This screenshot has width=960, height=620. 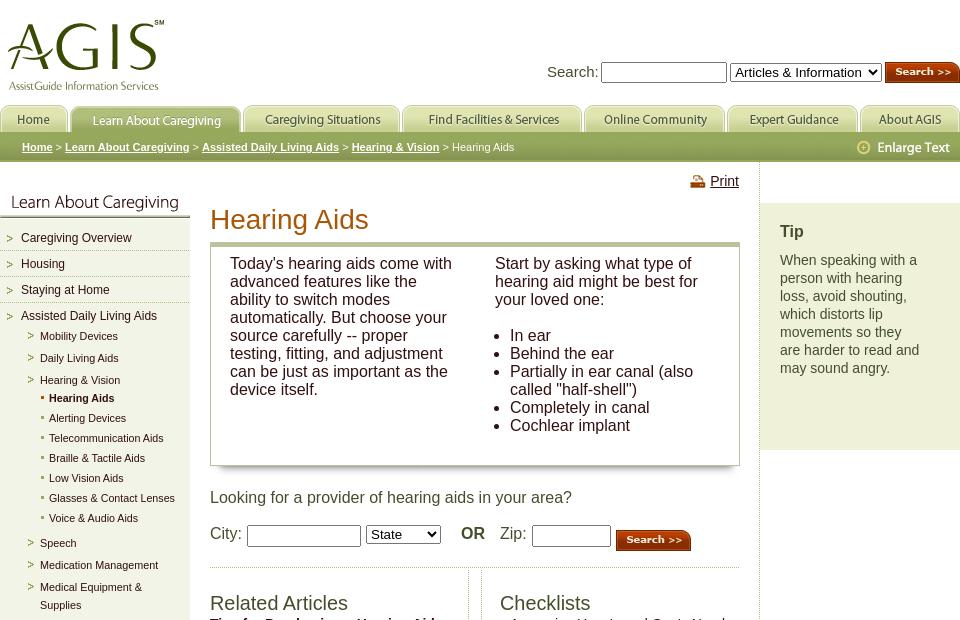 I want to click on 'Medical Equipment & Supplies', so click(x=91, y=596).